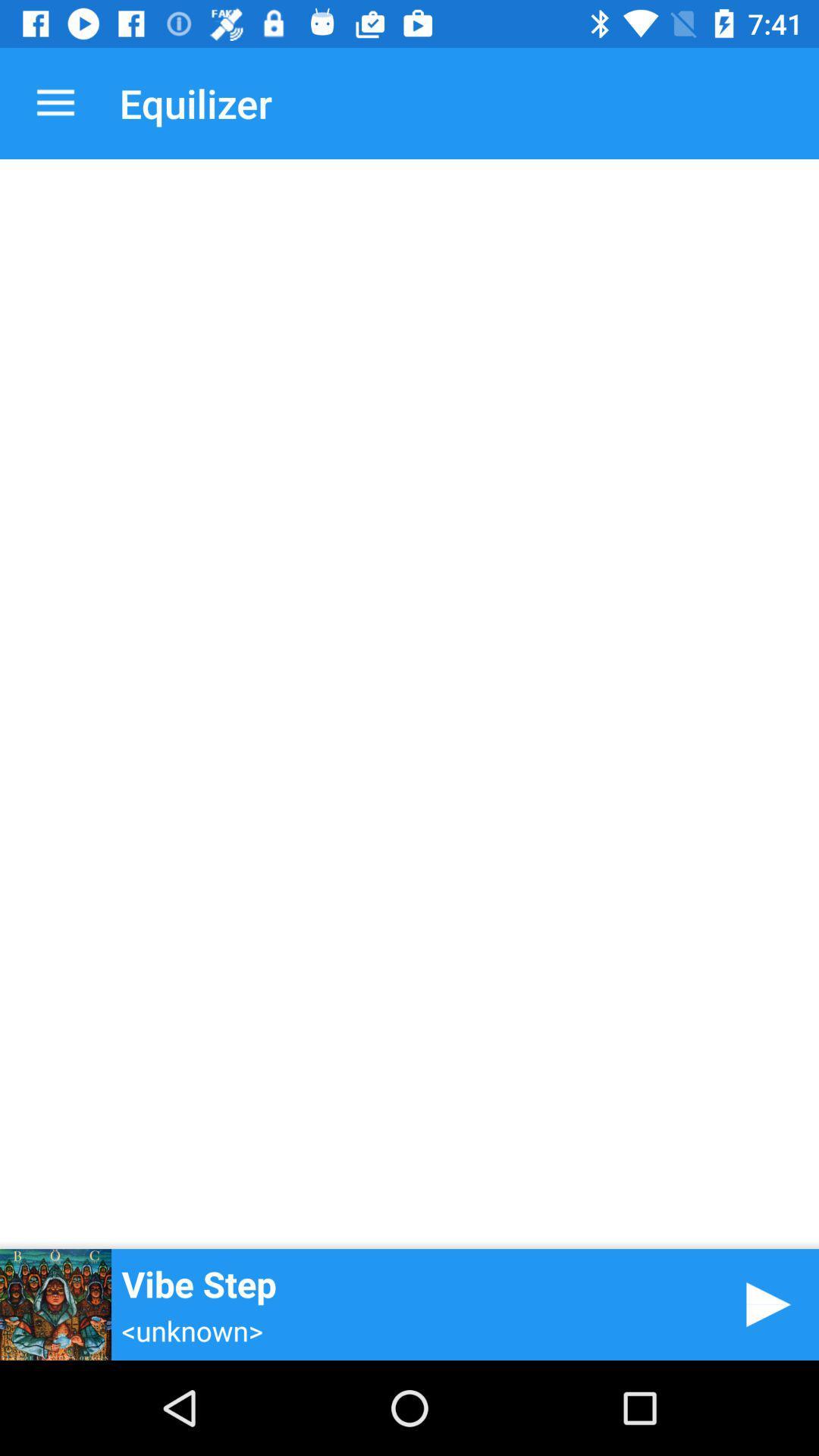  I want to click on item to the left of the equilizer app, so click(55, 102).